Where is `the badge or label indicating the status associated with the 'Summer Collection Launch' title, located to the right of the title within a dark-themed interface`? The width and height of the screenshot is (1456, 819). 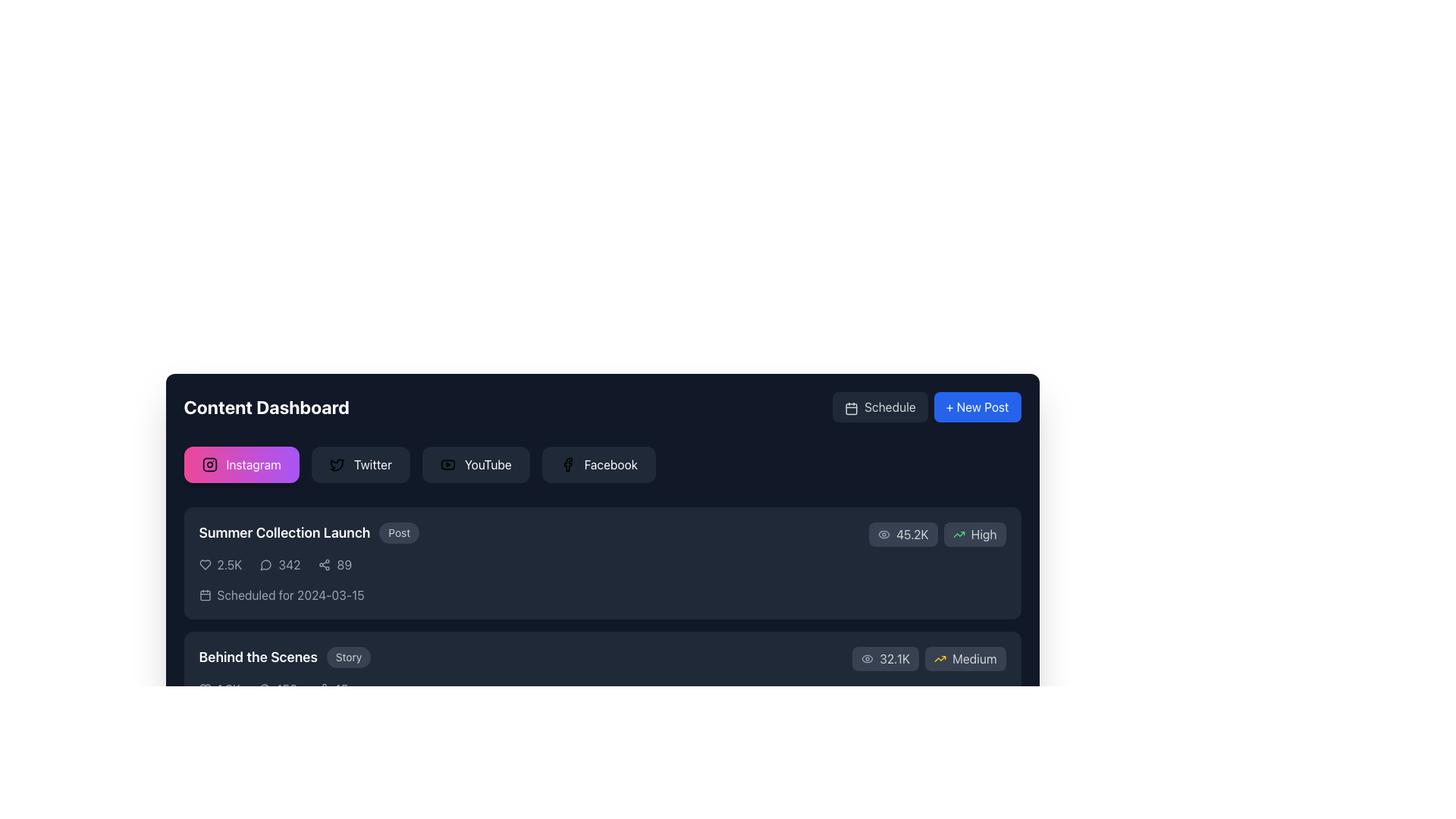 the badge or label indicating the status associated with the 'Summer Collection Launch' title, located to the right of the title within a dark-themed interface is located at coordinates (399, 532).